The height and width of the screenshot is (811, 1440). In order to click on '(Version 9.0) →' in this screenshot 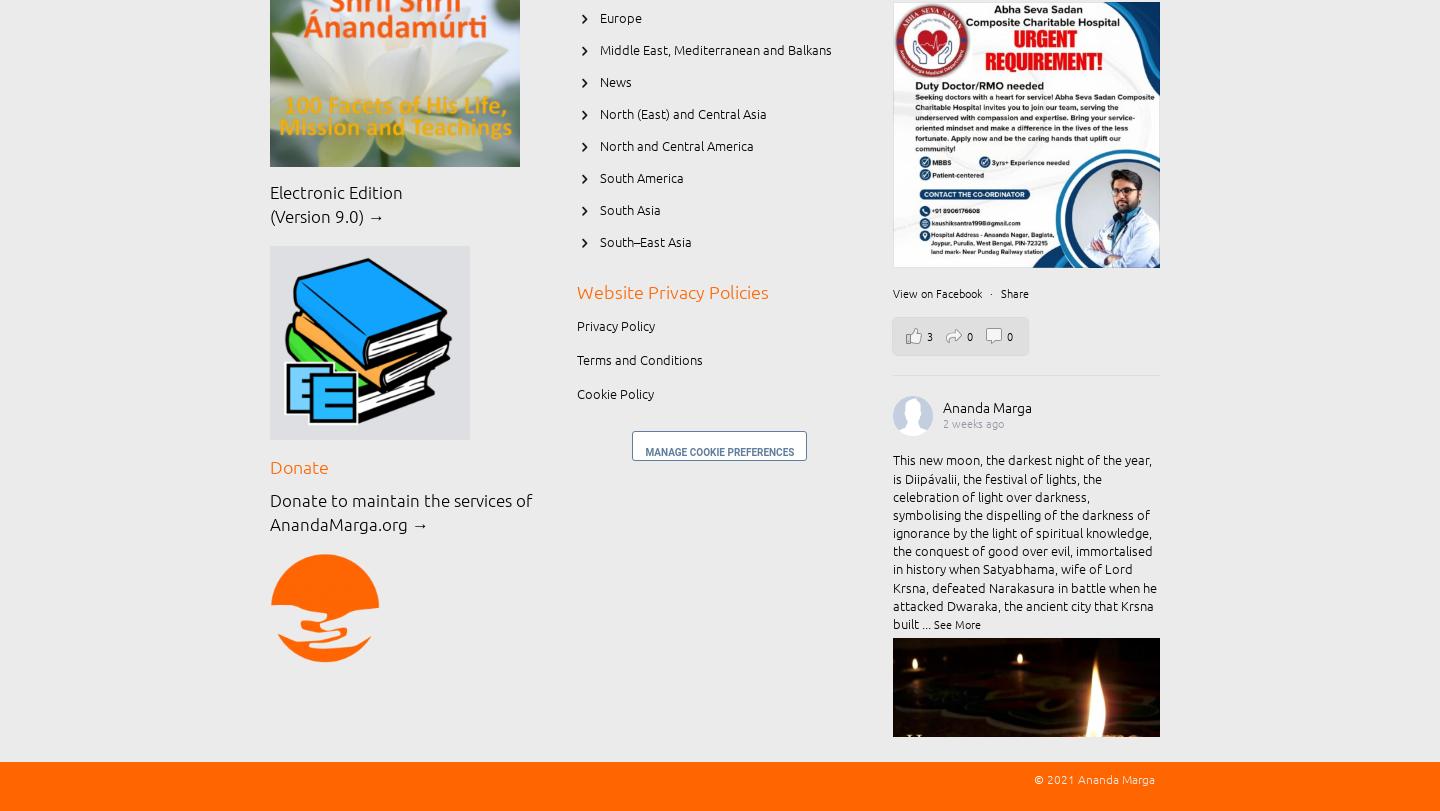, I will do `click(327, 217)`.